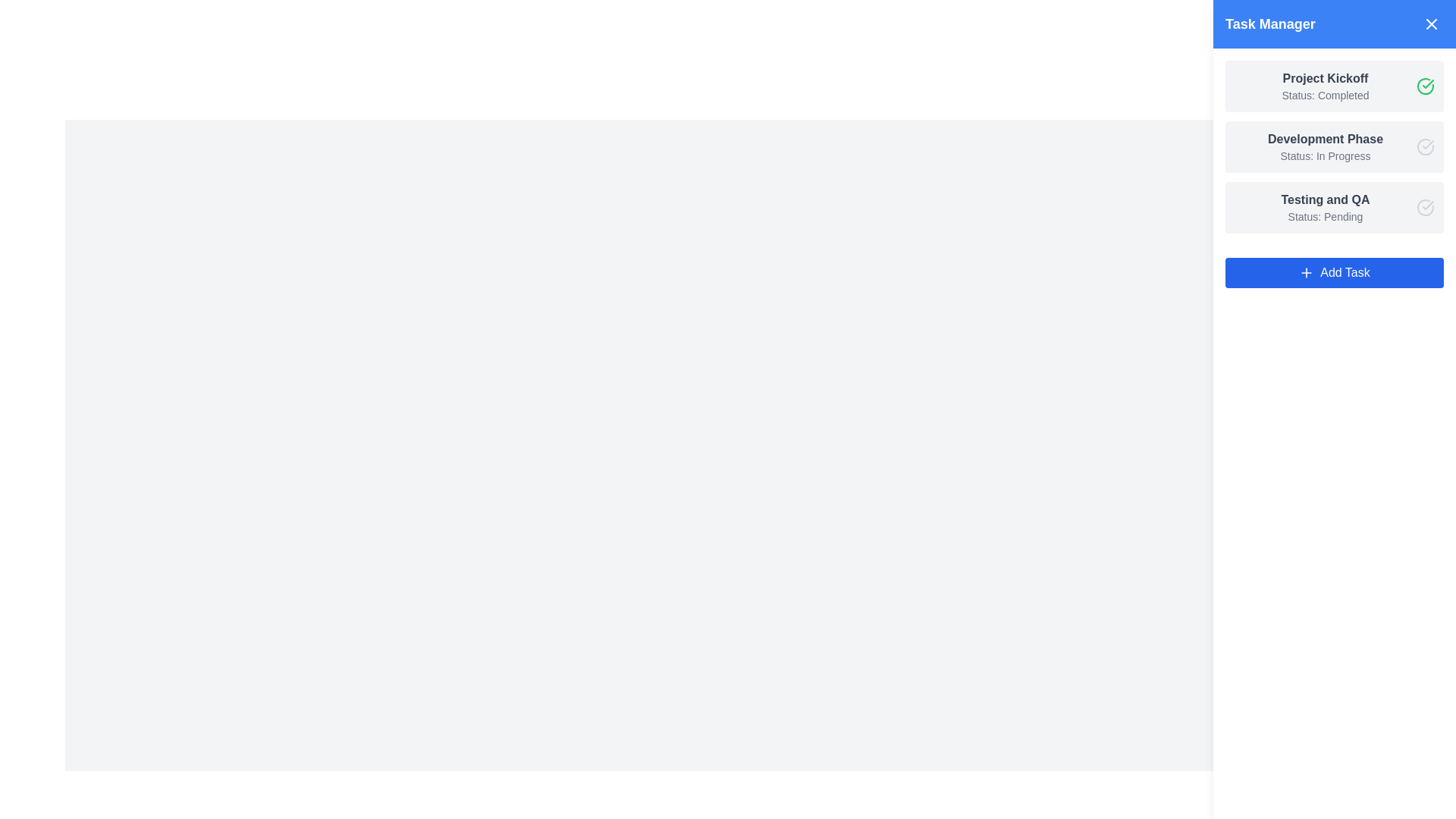  Describe the element at coordinates (1324, 146) in the screenshot. I see `the displayed information of the 'Development Phase' status in the text display located in the right-side task panel, between 'Project Kickoff' and 'Testing and QA'` at that location.